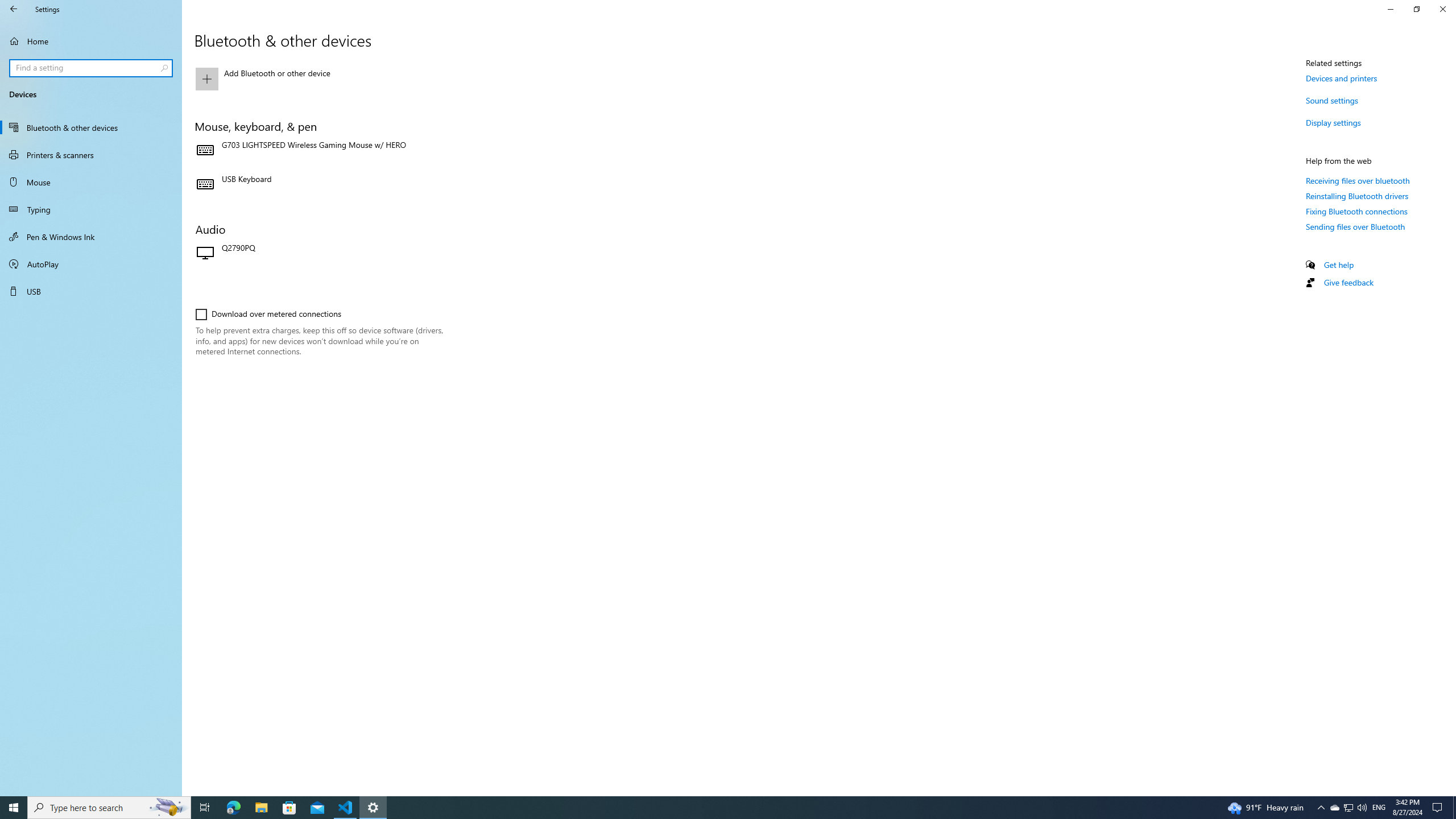 This screenshot has height=819, width=1456. Describe the element at coordinates (1342, 78) in the screenshot. I see `'Devices and printers'` at that location.